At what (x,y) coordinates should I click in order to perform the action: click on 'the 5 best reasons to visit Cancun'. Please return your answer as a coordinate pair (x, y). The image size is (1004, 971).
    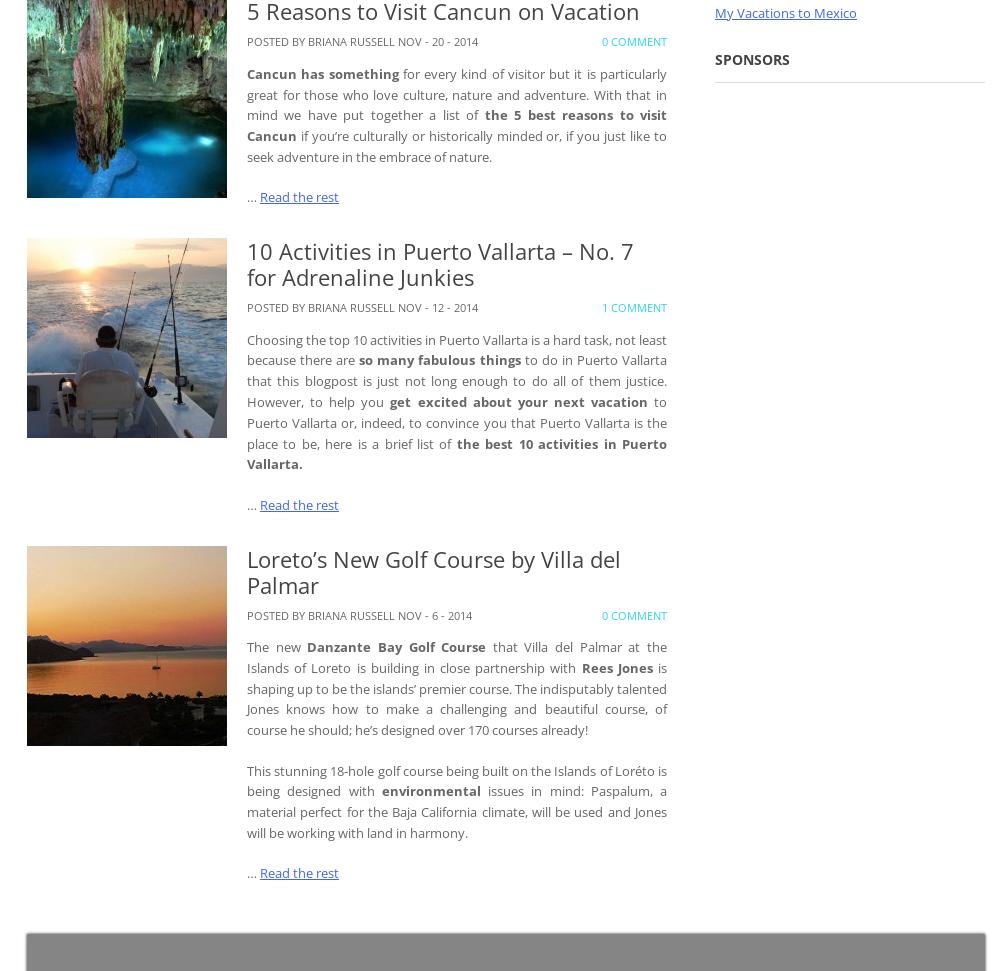
    Looking at the image, I should click on (456, 125).